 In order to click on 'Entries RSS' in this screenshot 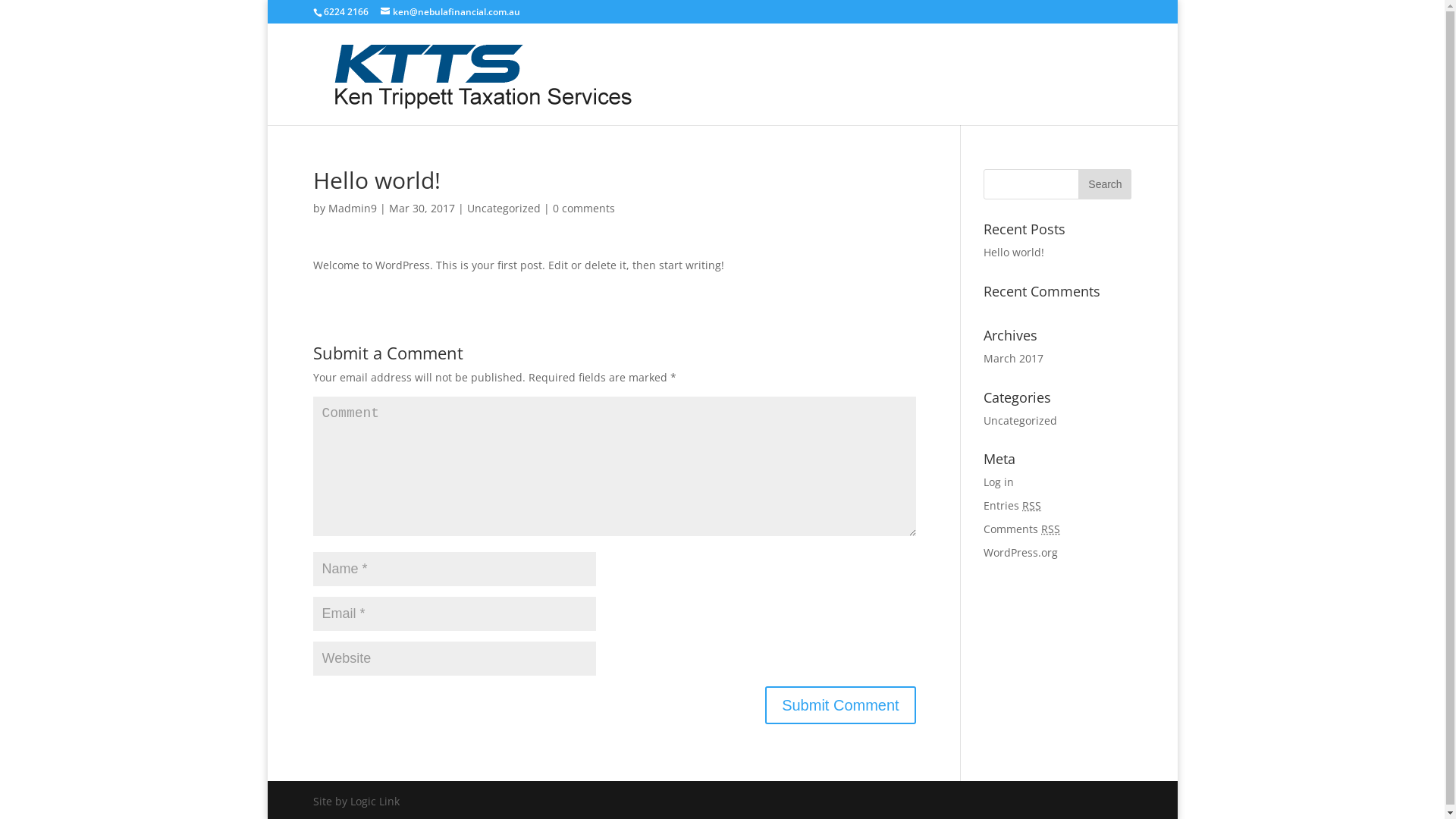, I will do `click(1012, 505)`.